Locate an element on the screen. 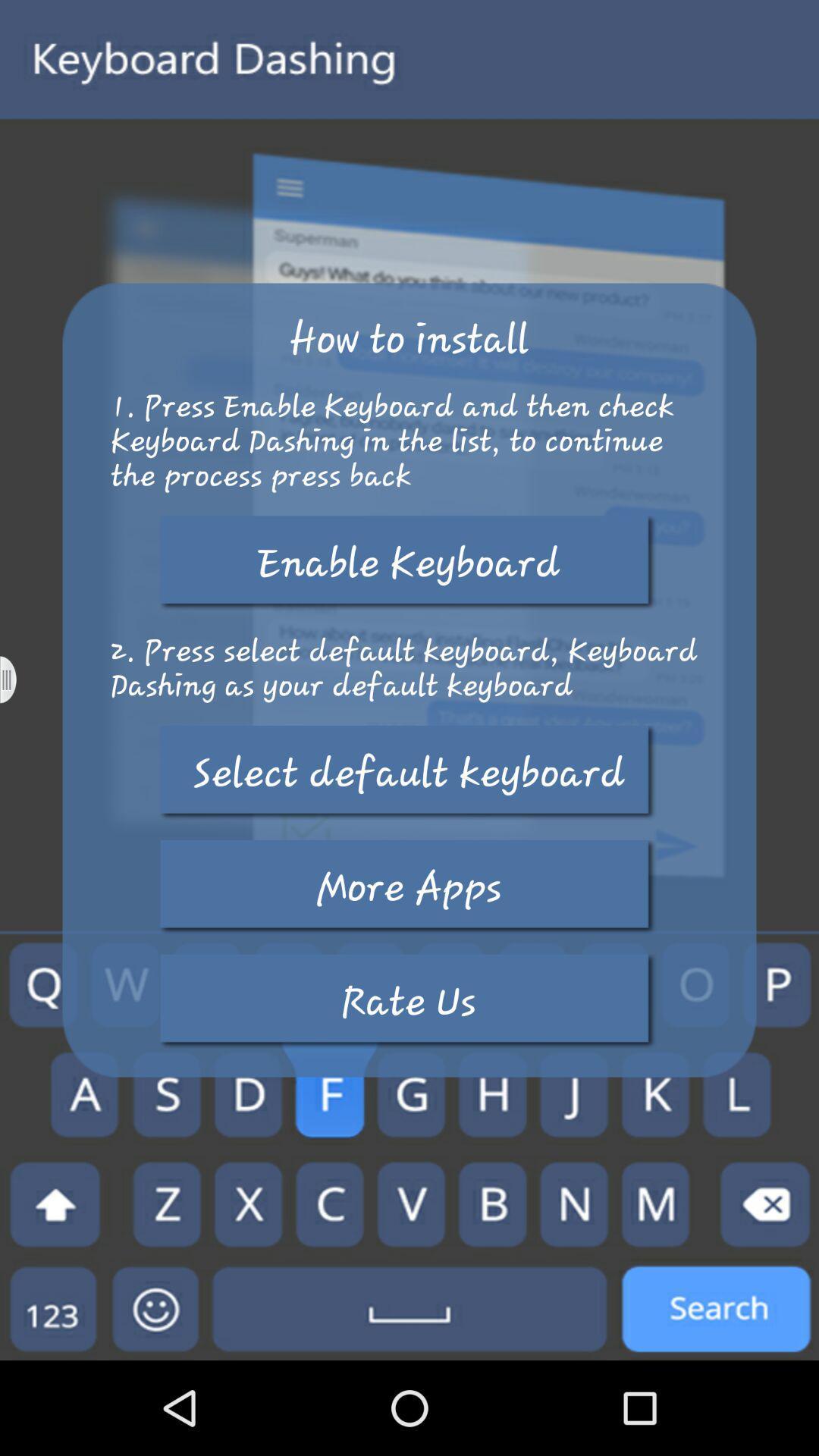 This screenshot has width=819, height=1456. the icon next to the 2 press select icon is located at coordinates (17, 679).